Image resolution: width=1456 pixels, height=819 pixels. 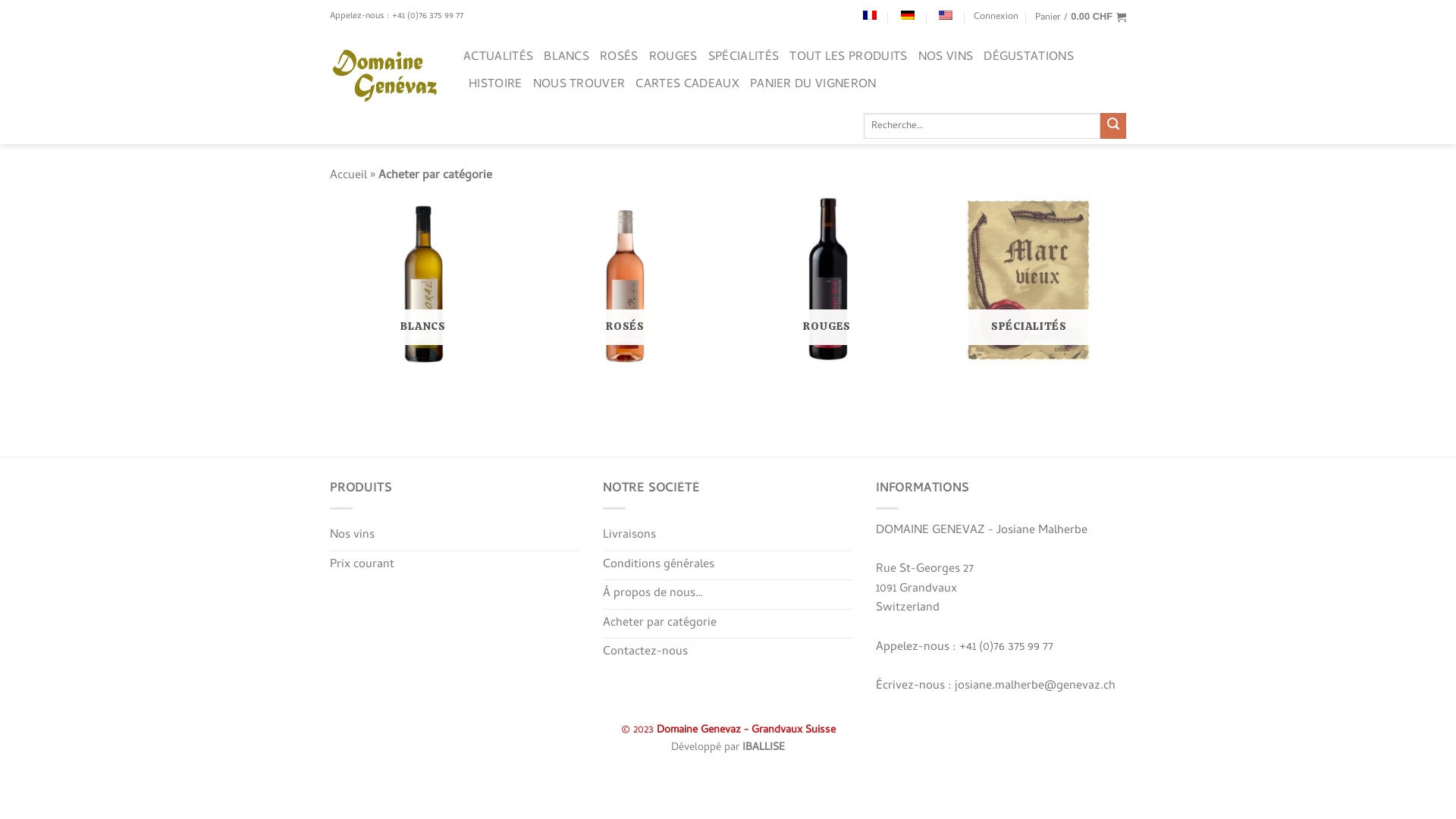 What do you see at coordinates (347, 174) in the screenshot?
I see `'Accueil'` at bounding box center [347, 174].